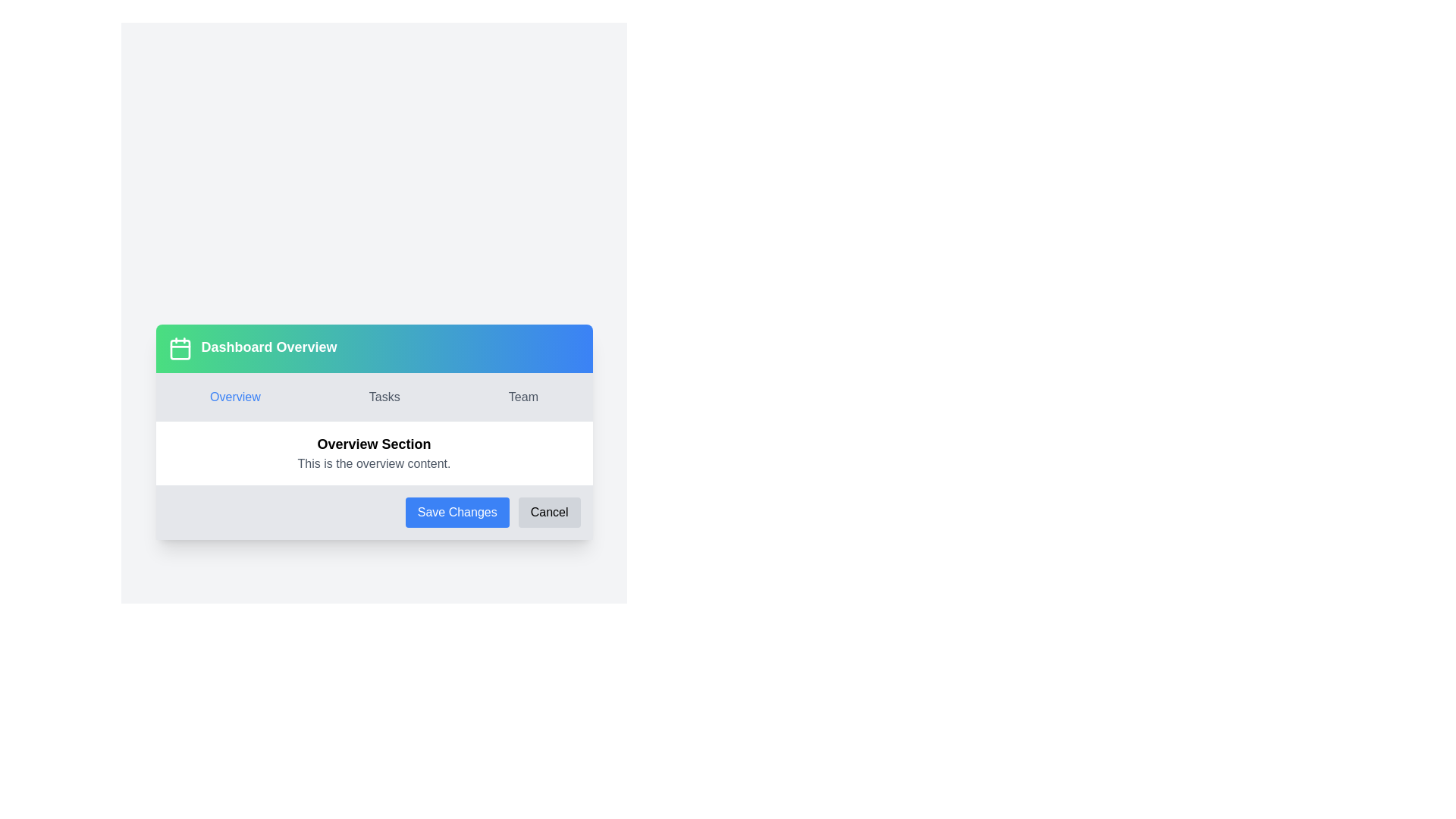 The width and height of the screenshot is (1456, 819). Describe the element at coordinates (523, 397) in the screenshot. I see `the navigation button directing to the 'Team' section to change its state` at that location.